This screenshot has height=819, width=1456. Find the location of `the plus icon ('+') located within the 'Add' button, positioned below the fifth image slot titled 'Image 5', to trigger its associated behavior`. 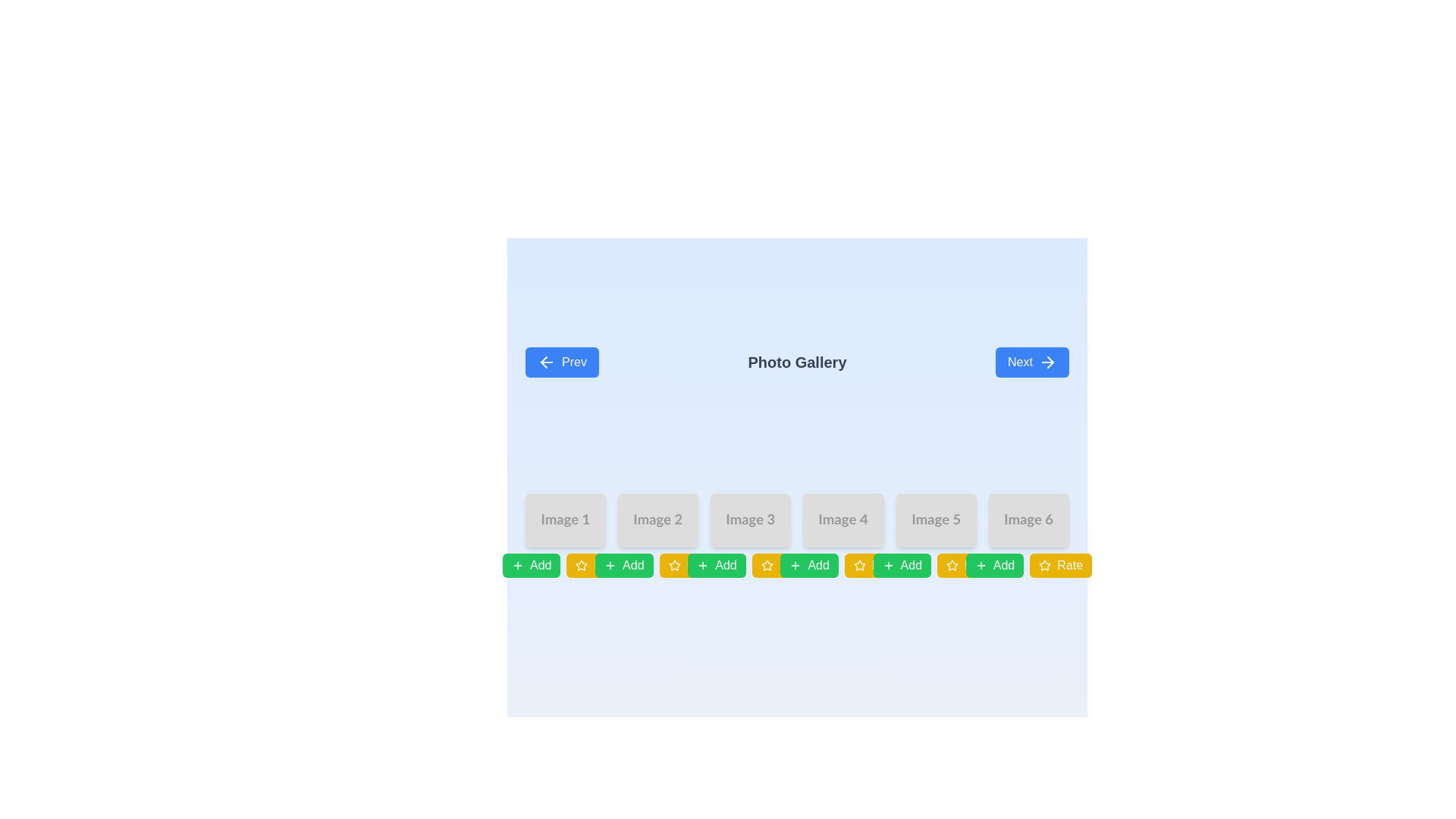

the plus icon ('+') located within the 'Add' button, positioned below the fifth image slot titled 'Image 5', to trigger its associated behavior is located at coordinates (888, 565).